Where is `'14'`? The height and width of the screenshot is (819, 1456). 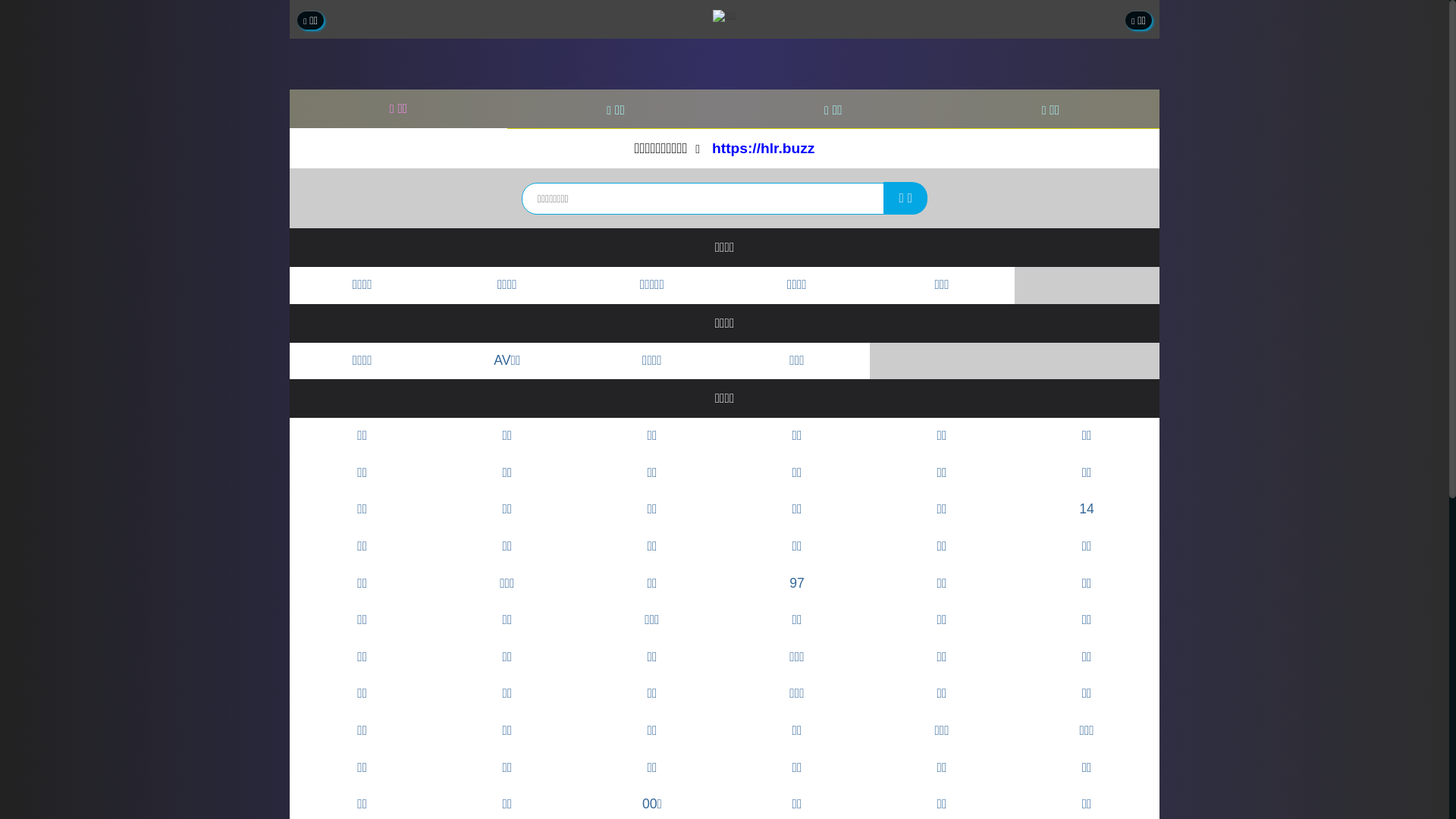 '14' is located at coordinates (1086, 510).